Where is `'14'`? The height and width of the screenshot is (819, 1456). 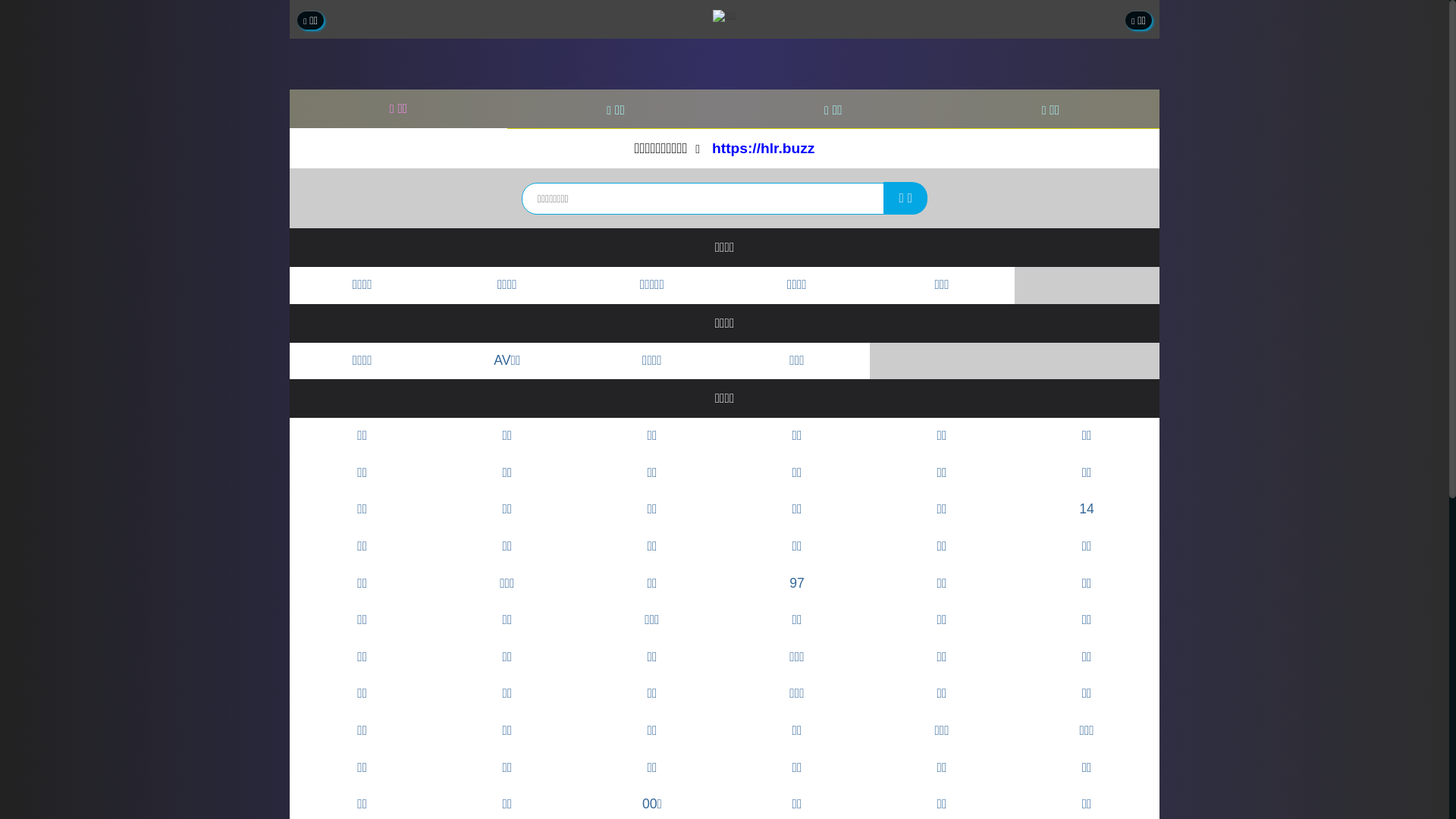 '14' is located at coordinates (1086, 510).